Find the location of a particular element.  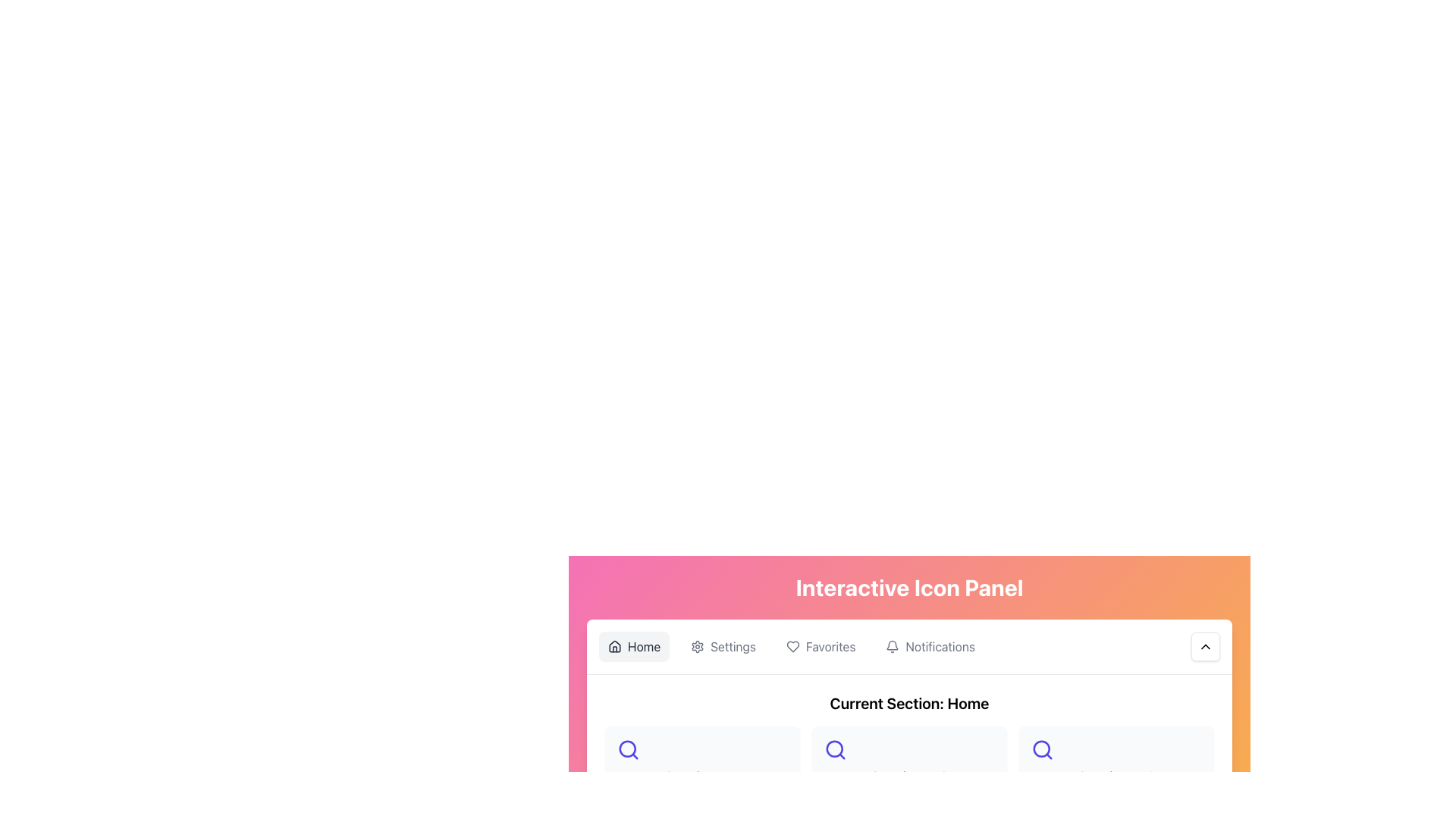

the 'Favorites' text label in the navigation bar, which is styled in medium gray and displays the word 'Favorites' next to a heart icon is located at coordinates (830, 646).